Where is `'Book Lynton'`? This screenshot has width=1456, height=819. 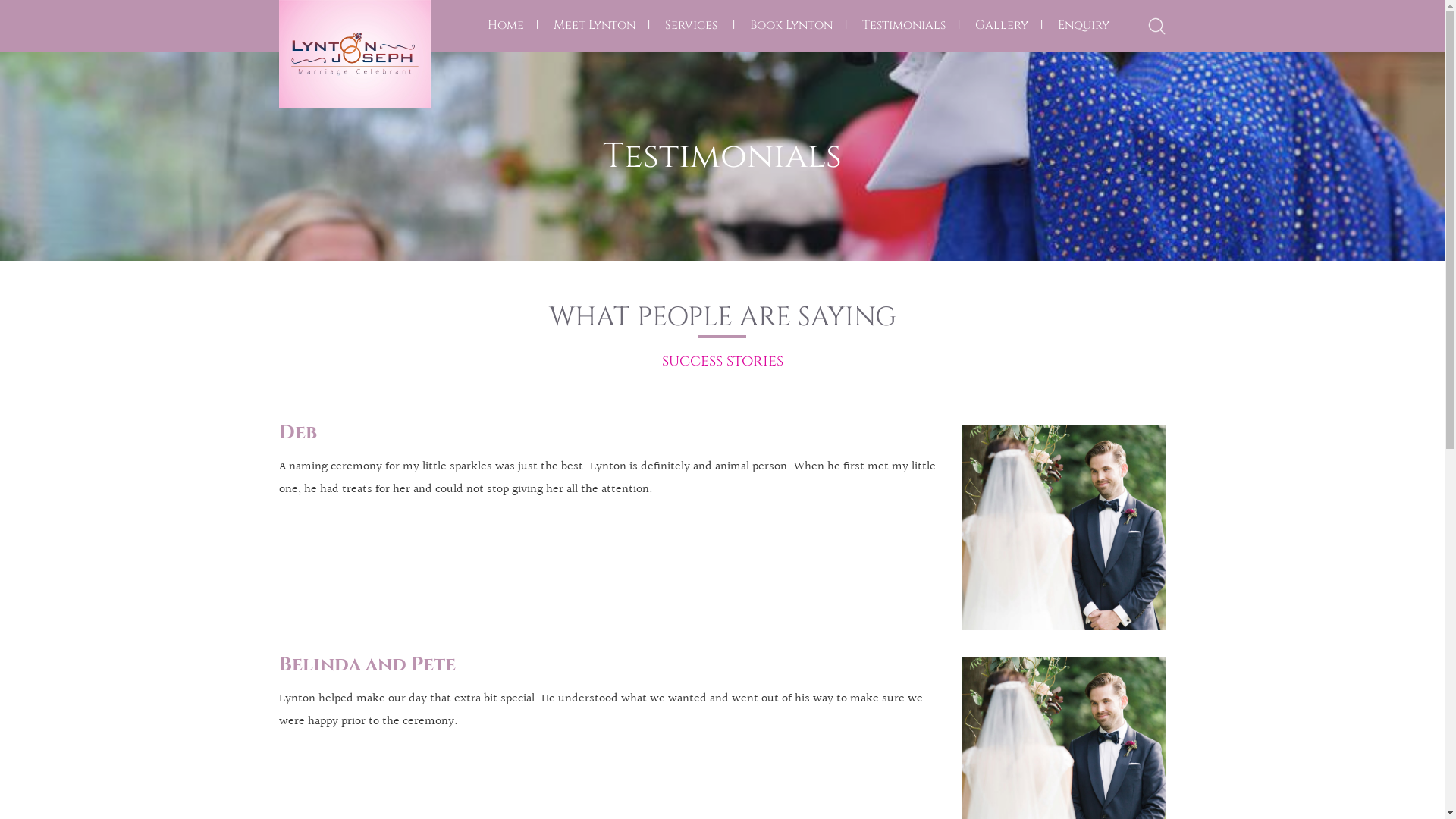 'Book Lynton' is located at coordinates (749, 25).